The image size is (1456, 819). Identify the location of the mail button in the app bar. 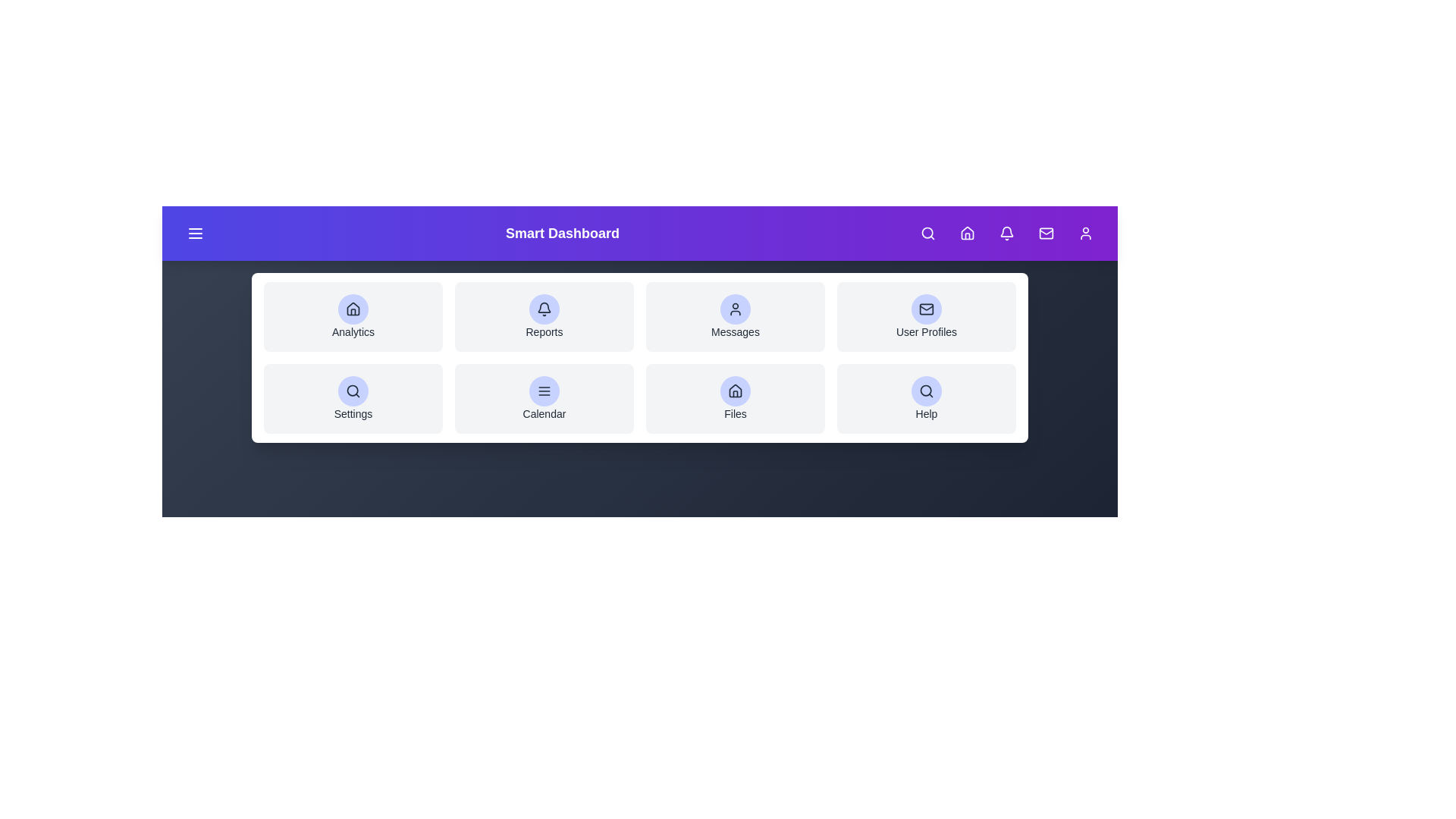
(1045, 234).